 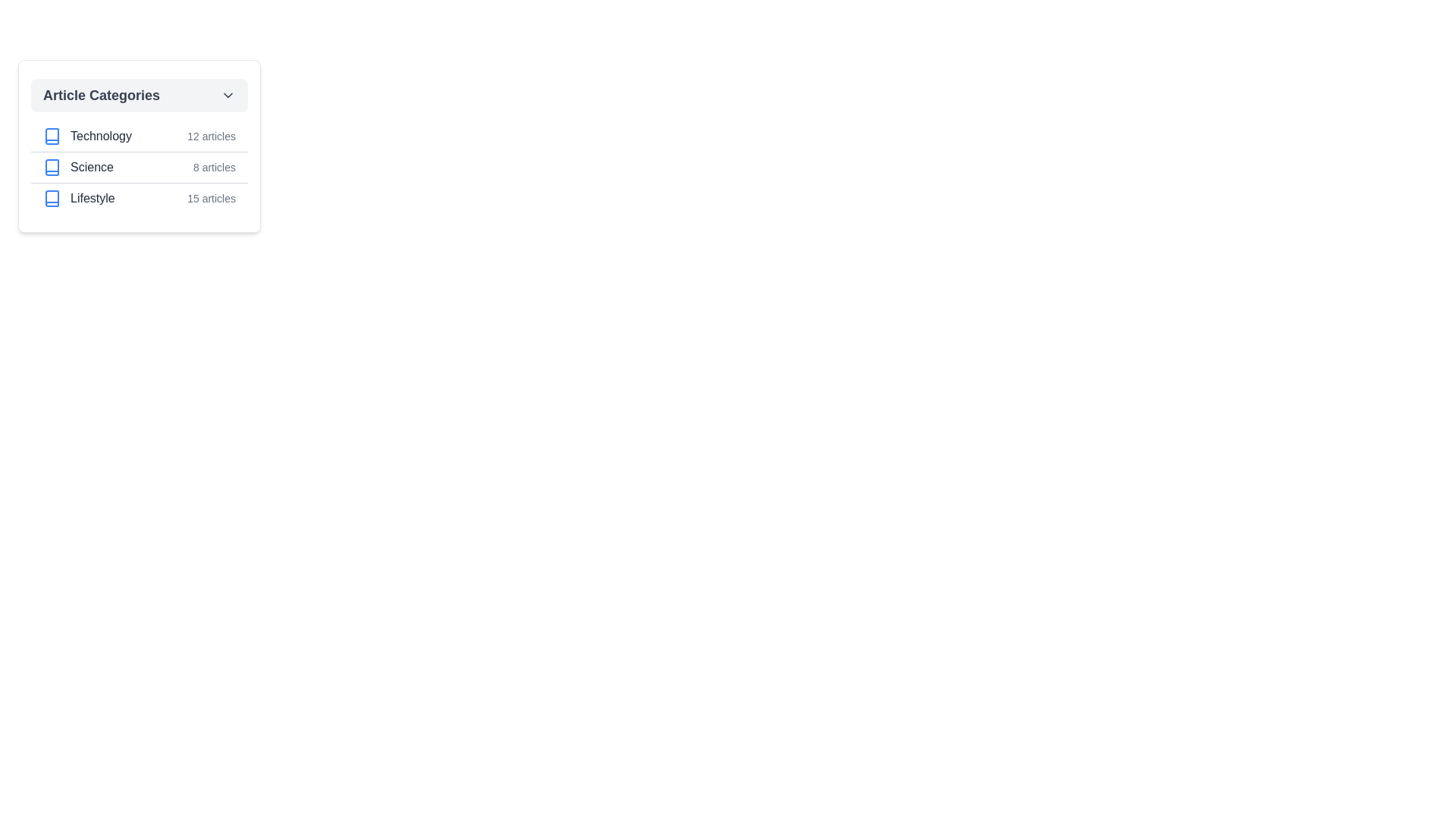 I want to click on the SVG book icon representing the 'Lifestyle' category, so click(x=52, y=198).